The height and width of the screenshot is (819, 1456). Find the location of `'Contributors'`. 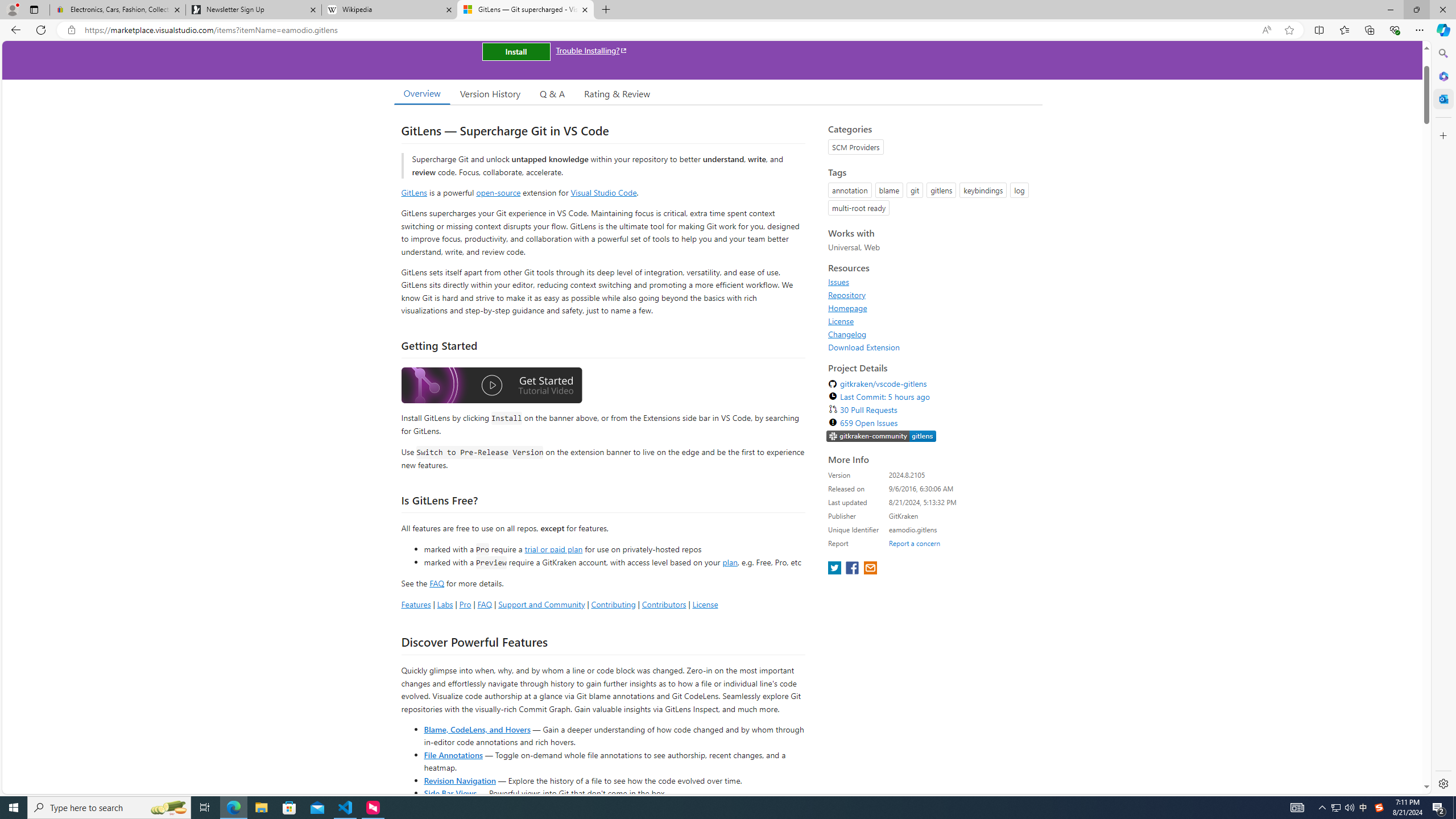

'Contributors' is located at coordinates (663, 603).